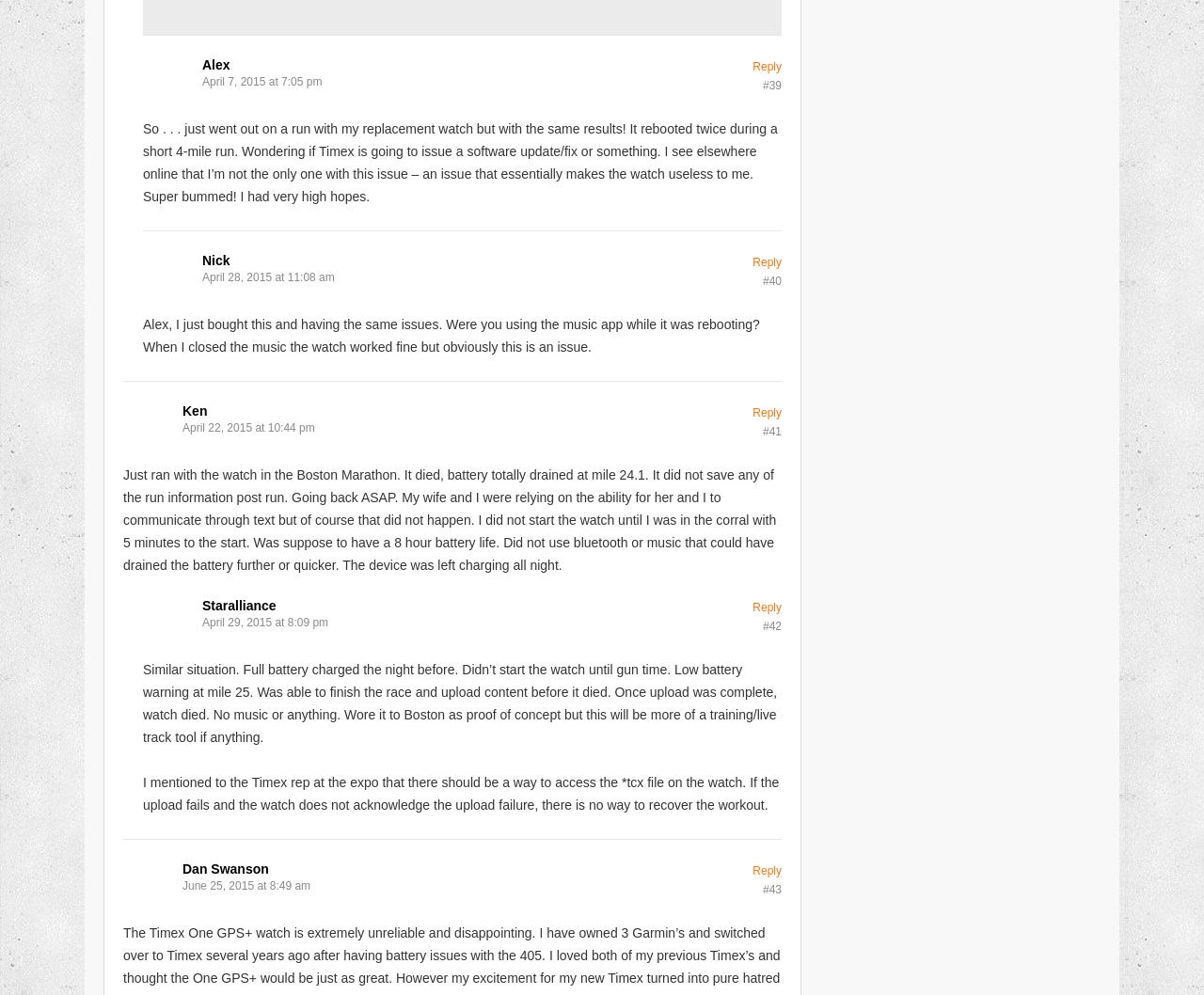  Describe the element at coordinates (761, 84) in the screenshot. I see `'#39'` at that location.